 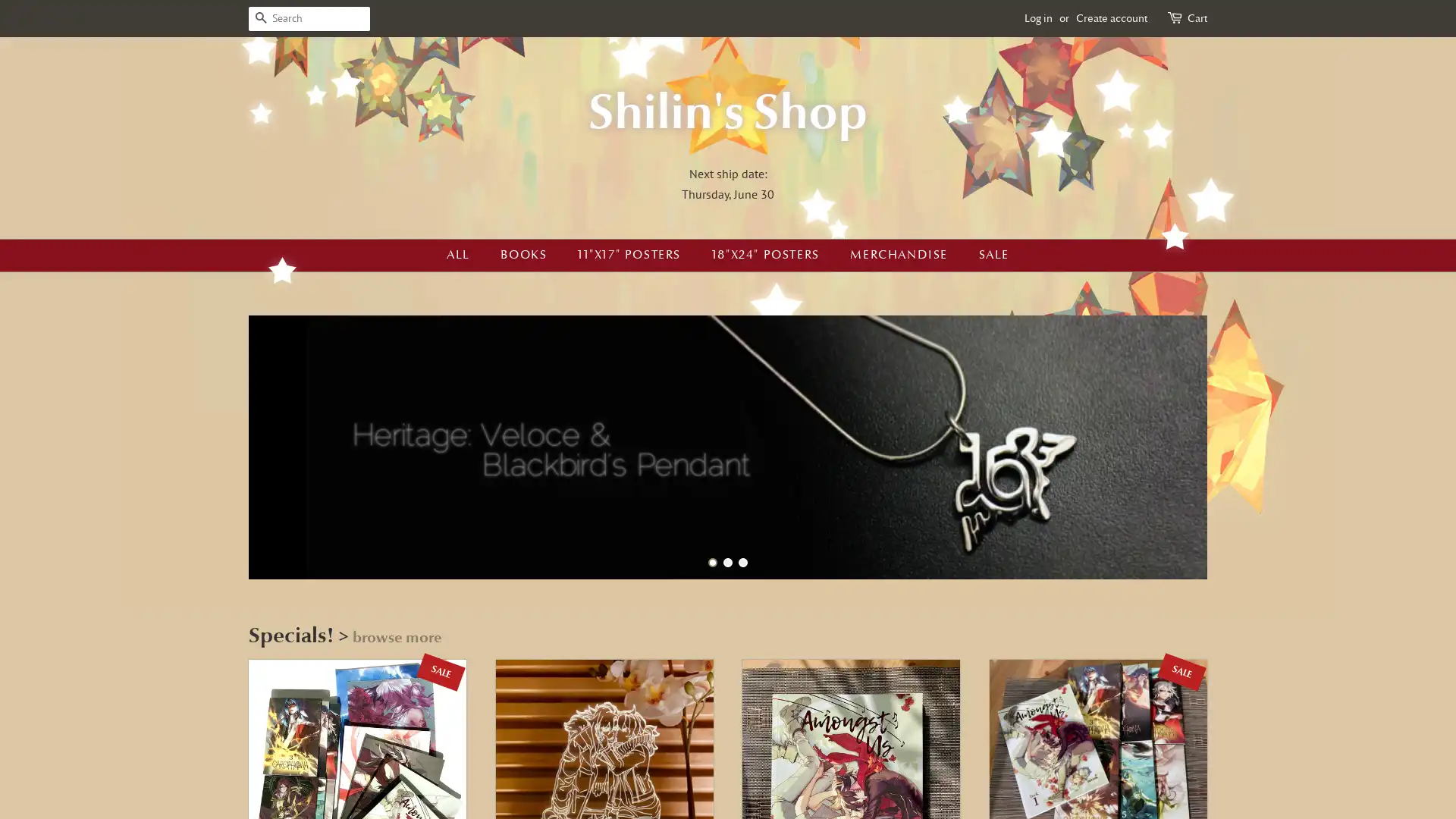 What do you see at coordinates (261, 18) in the screenshot?
I see `SEARCH` at bounding box center [261, 18].